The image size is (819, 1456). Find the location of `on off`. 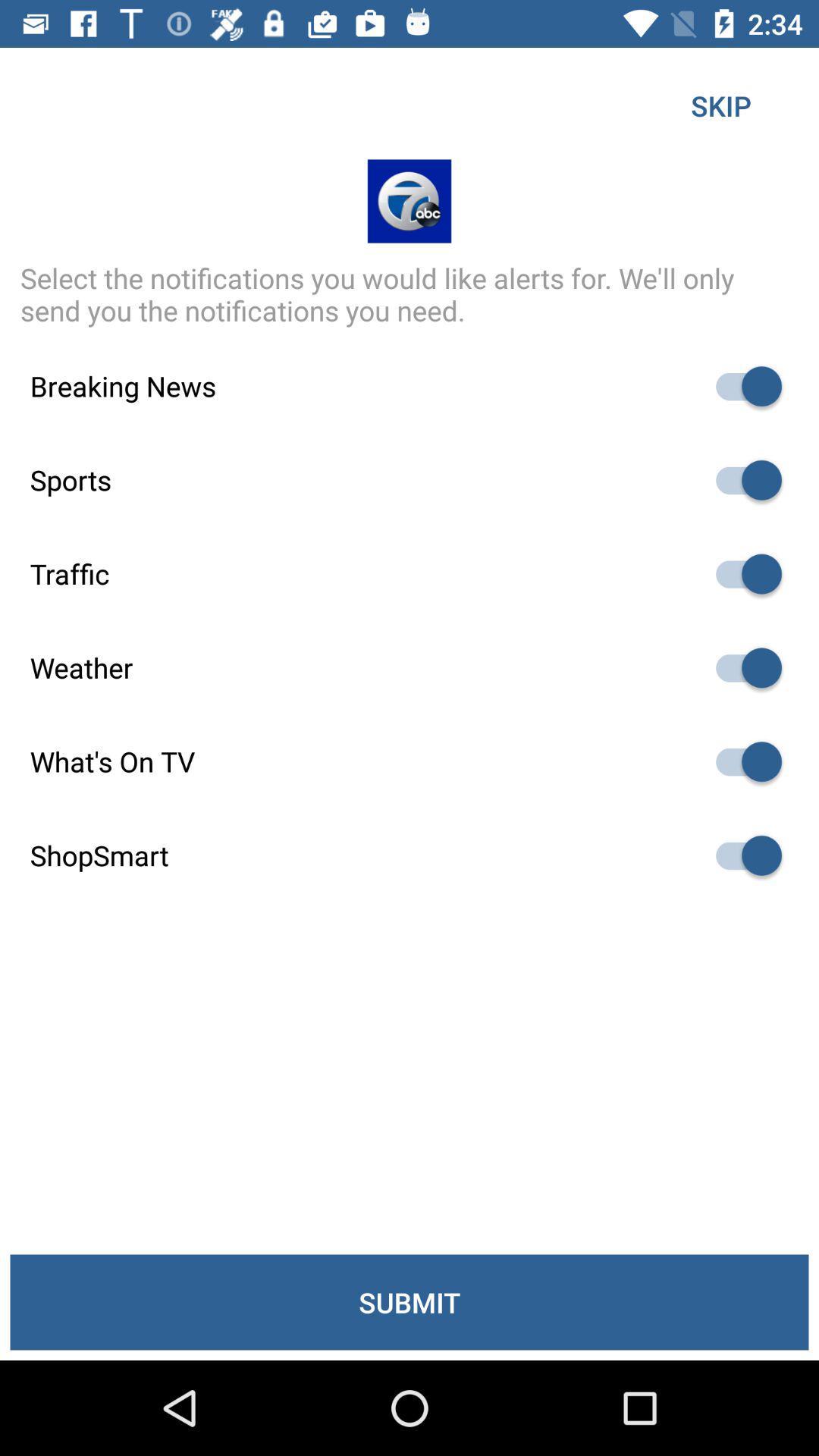

on off is located at coordinates (741, 386).